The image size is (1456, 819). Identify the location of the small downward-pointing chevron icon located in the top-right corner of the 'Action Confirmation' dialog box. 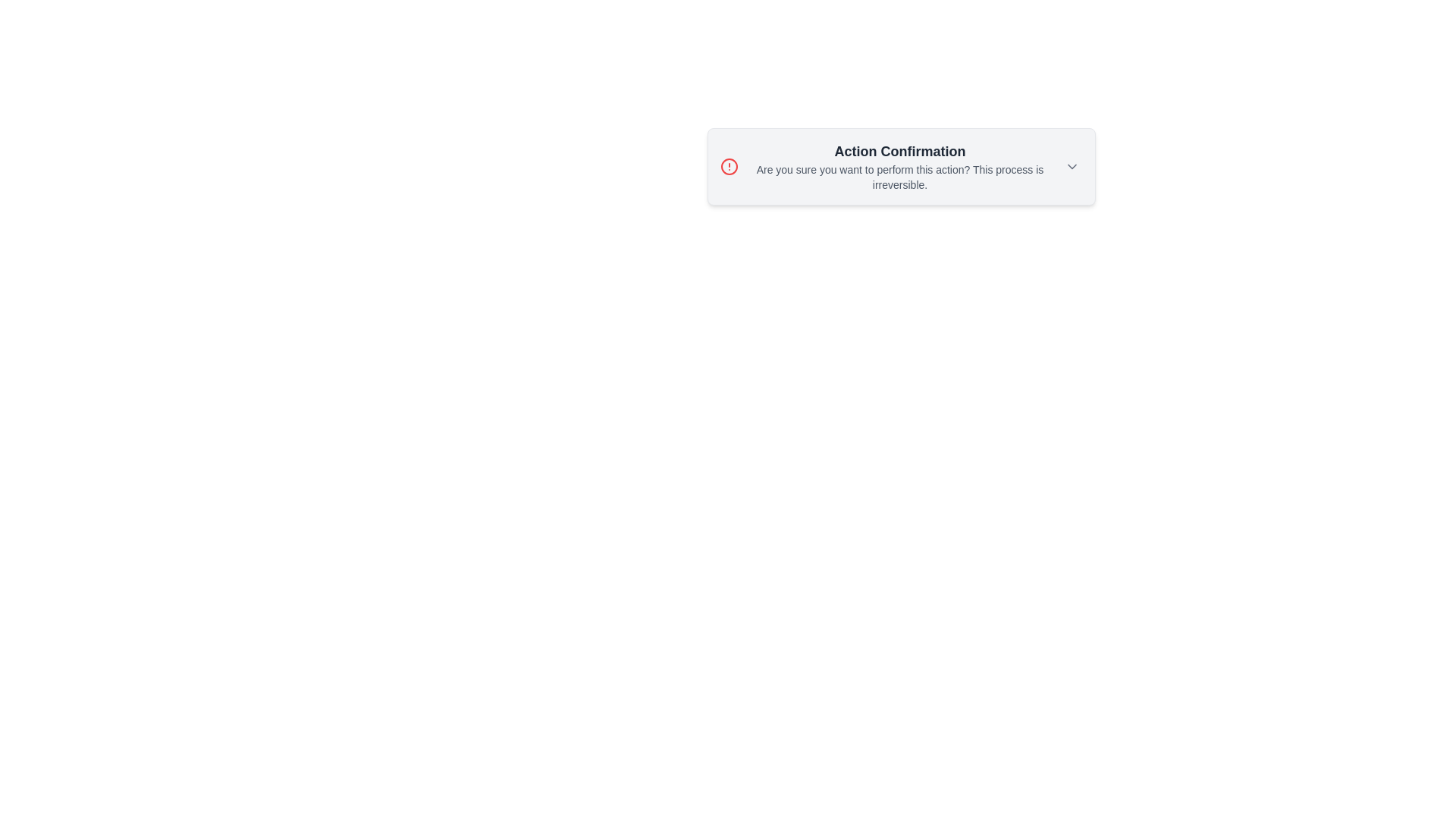
(1072, 166).